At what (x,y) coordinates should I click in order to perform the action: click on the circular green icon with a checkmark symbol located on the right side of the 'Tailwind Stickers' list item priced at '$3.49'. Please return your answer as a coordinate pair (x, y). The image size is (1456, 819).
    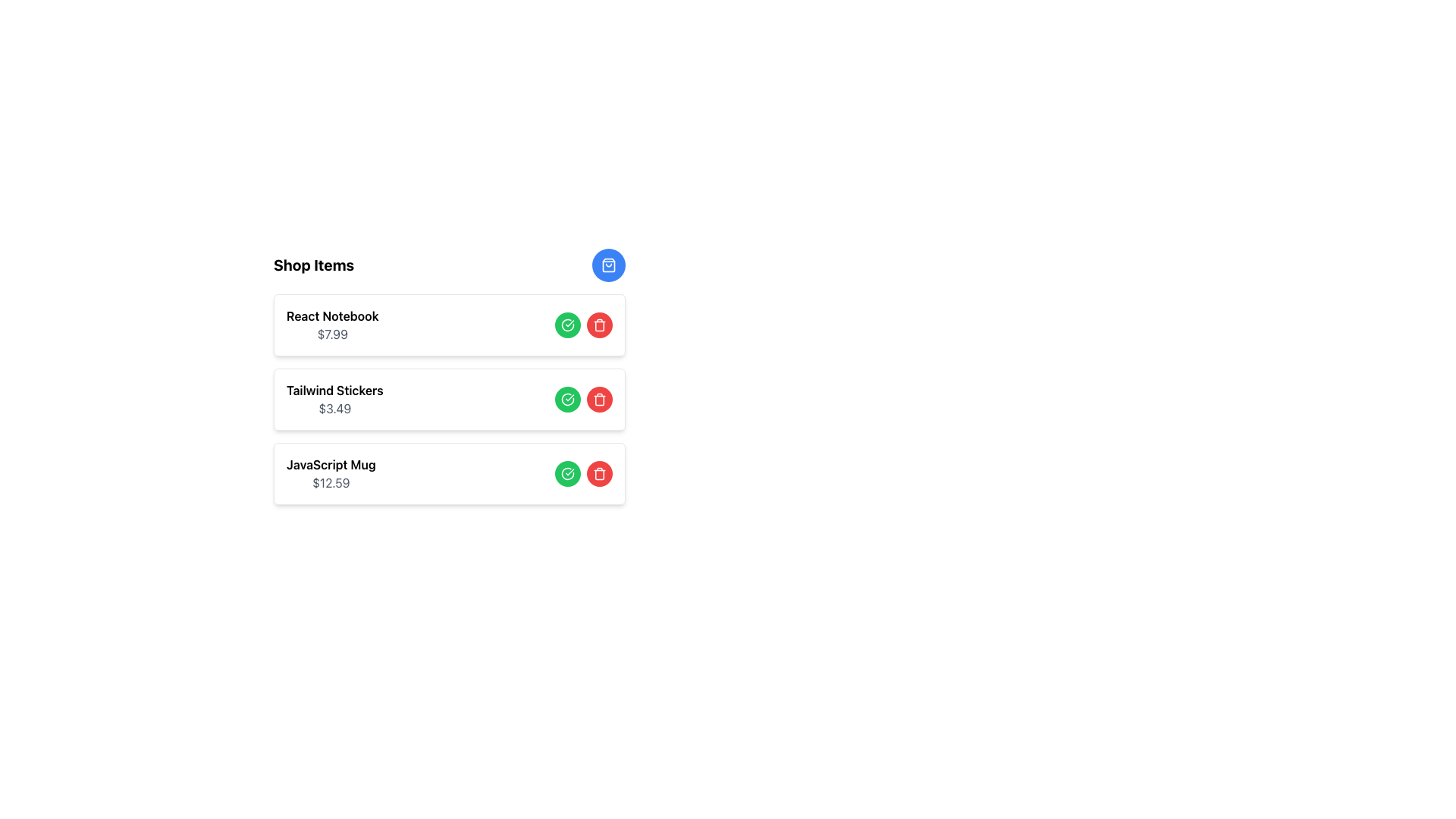
    Looking at the image, I should click on (566, 399).